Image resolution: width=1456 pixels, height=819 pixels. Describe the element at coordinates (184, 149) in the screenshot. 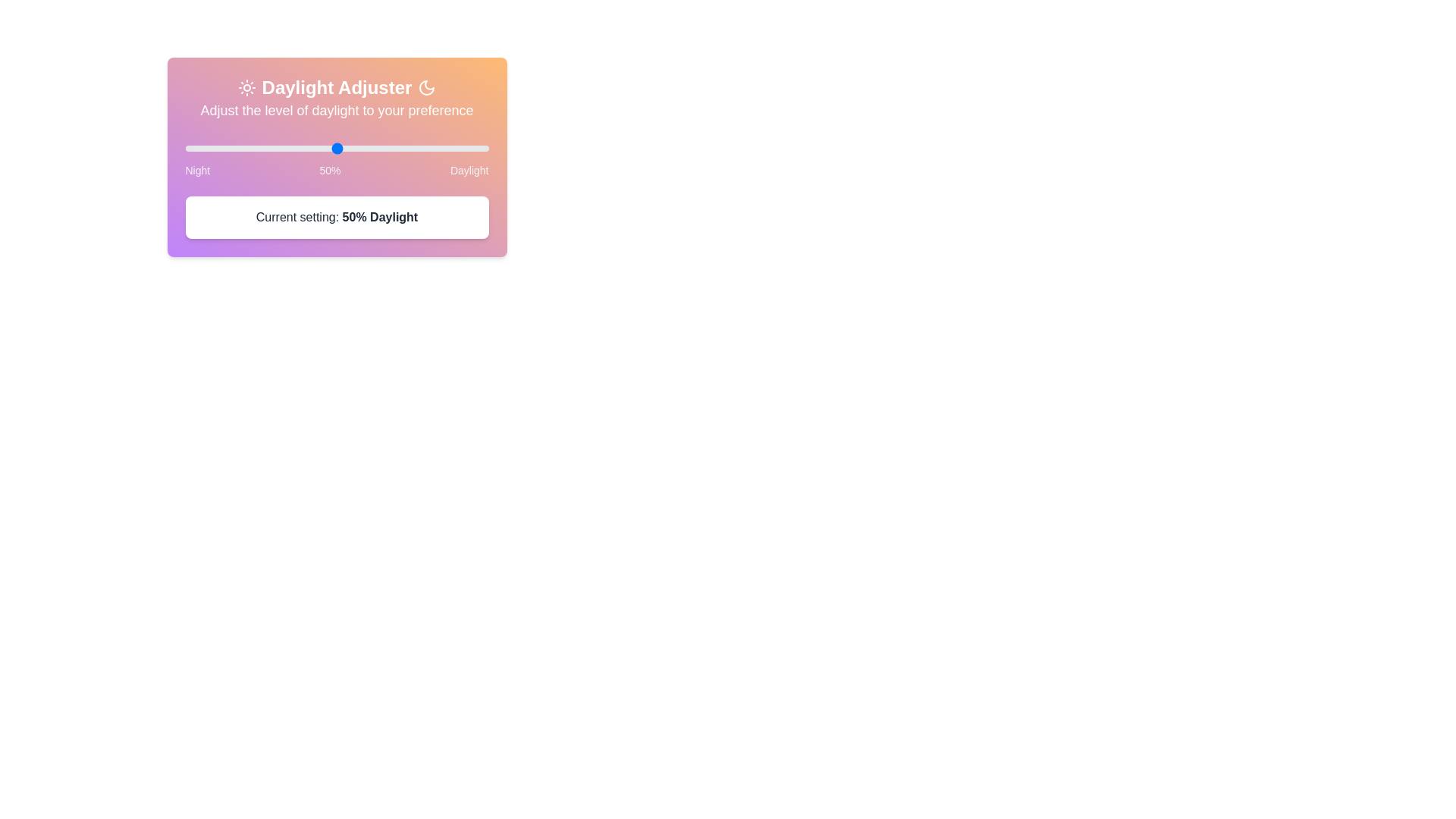

I see `the slider to set the daylight level to 59%` at that location.